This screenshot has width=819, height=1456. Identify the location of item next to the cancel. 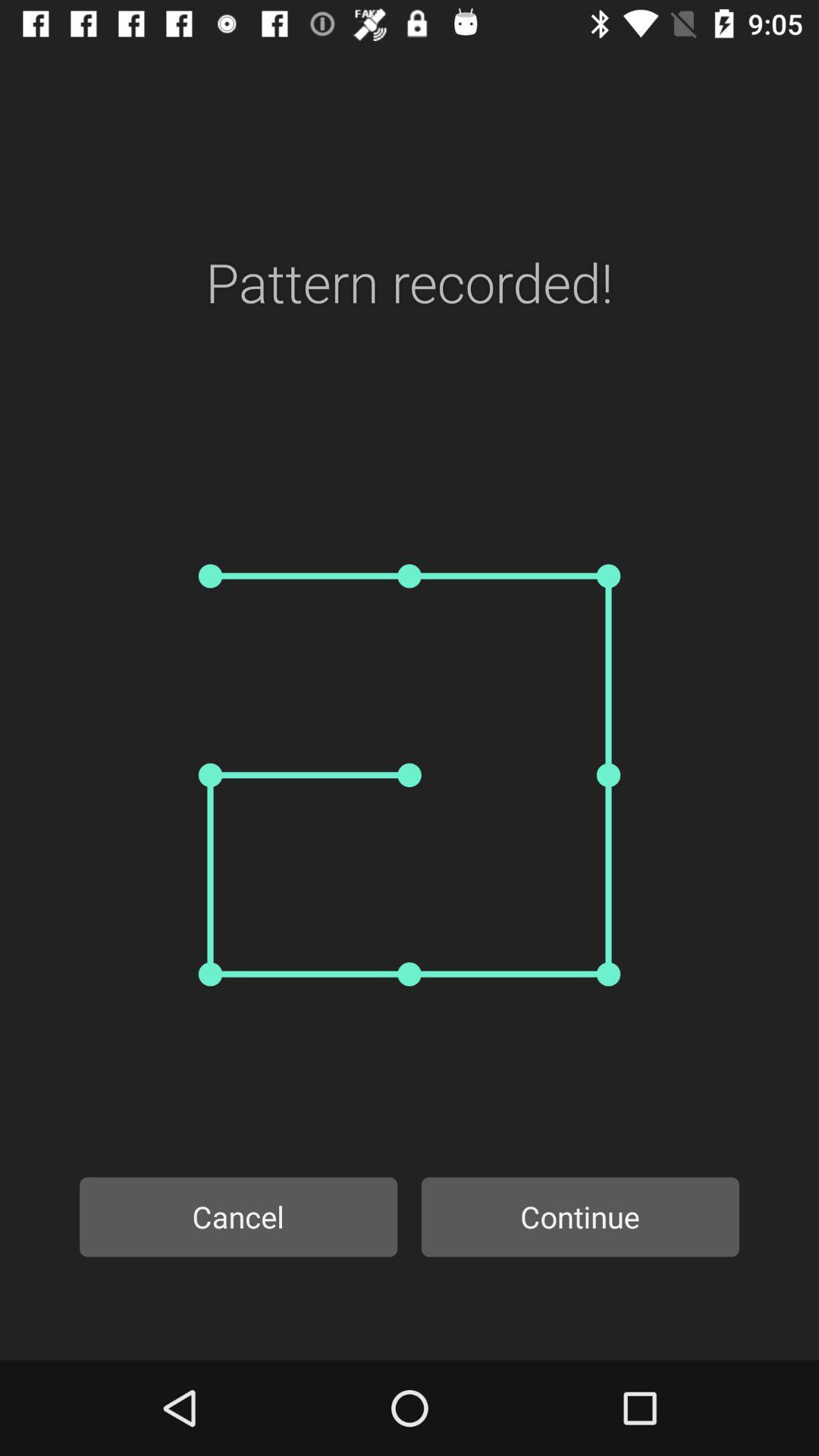
(580, 1216).